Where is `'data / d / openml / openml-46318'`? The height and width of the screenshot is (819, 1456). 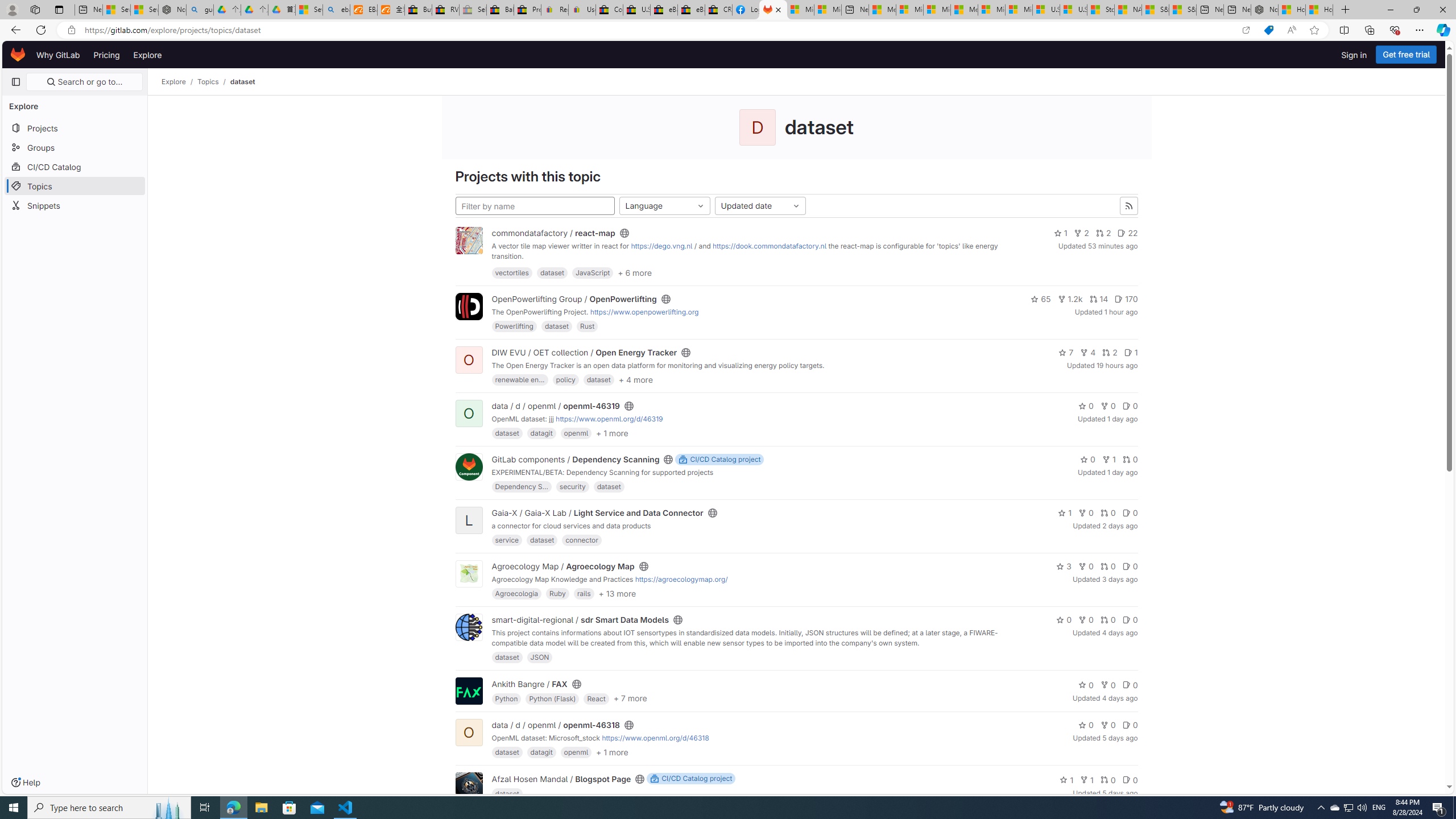
'data / d / openml / openml-46318' is located at coordinates (556, 725).